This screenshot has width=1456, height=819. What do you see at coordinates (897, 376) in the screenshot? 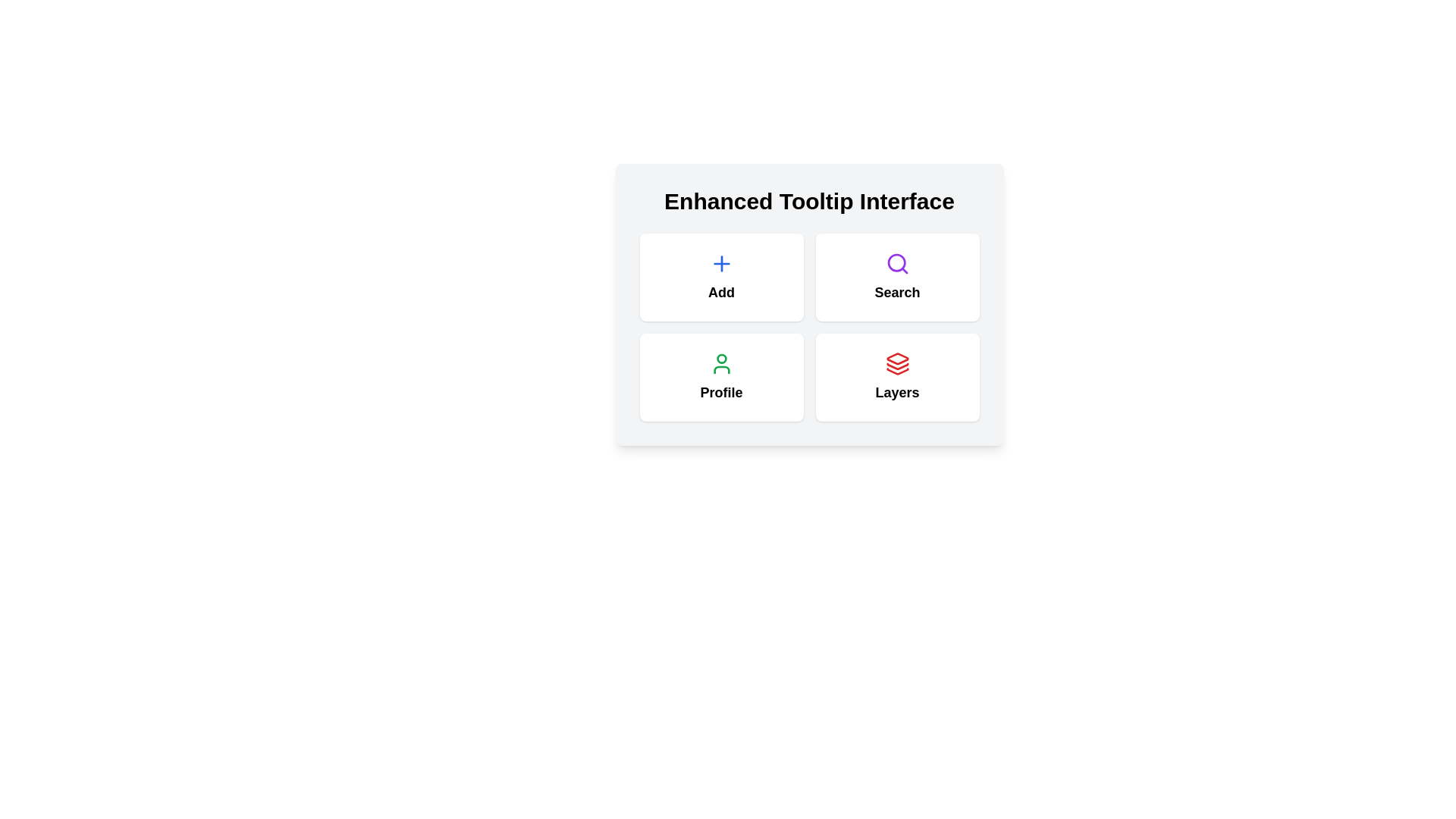
I see `the button-like component located in the lower right corner of a 2x2 grid layout` at bounding box center [897, 376].